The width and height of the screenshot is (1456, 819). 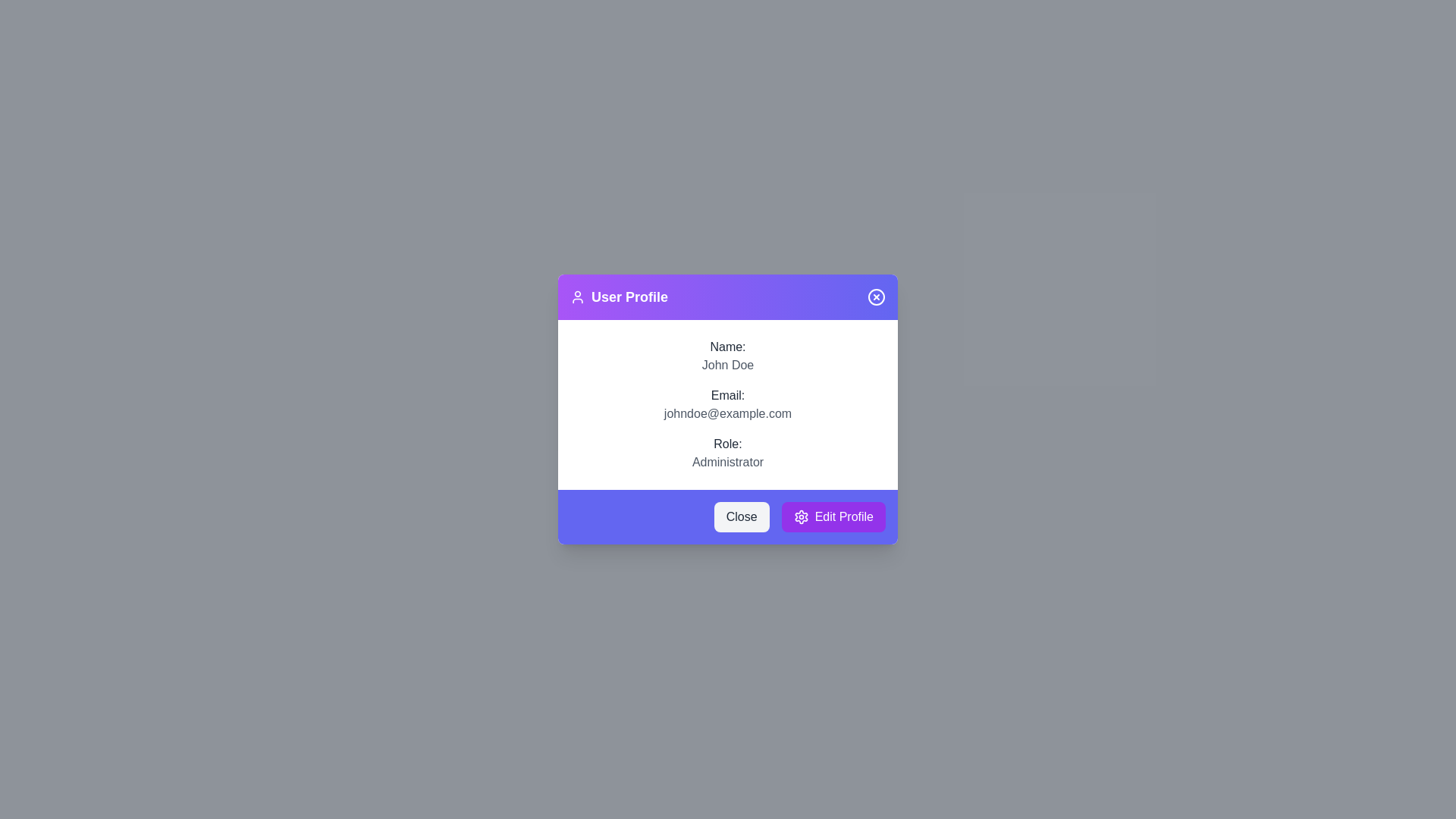 What do you see at coordinates (742, 516) in the screenshot?
I see `the 'Close' button, which has a bold font displaying 'Close' on a gray background, located at the bottom-left corner of the footer section in the modal dialog box` at bounding box center [742, 516].